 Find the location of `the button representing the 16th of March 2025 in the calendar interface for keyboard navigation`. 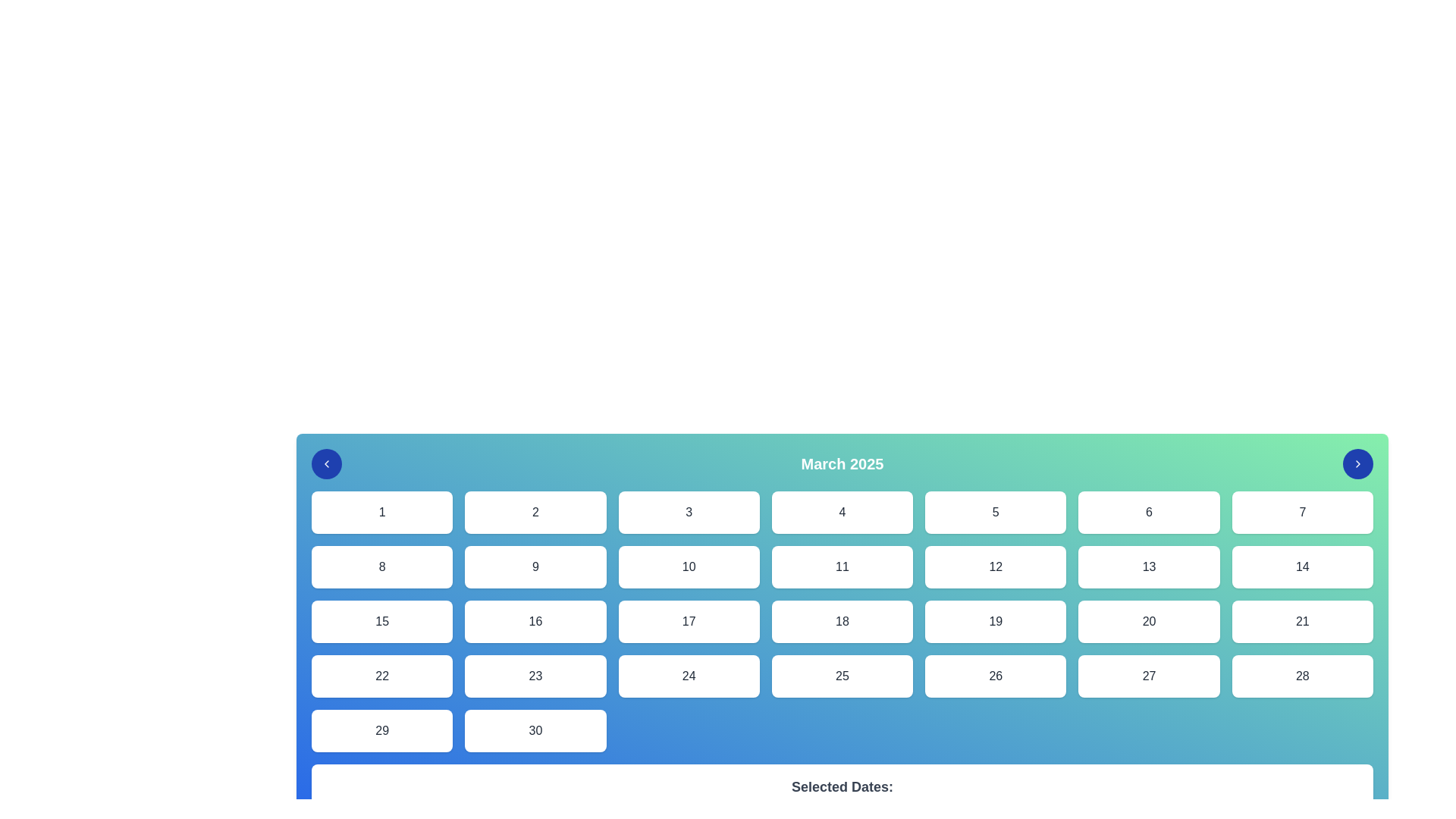

the button representing the 16th of March 2025 in the calendar interface for keyboard navigation is located at coordinates (535, 622).